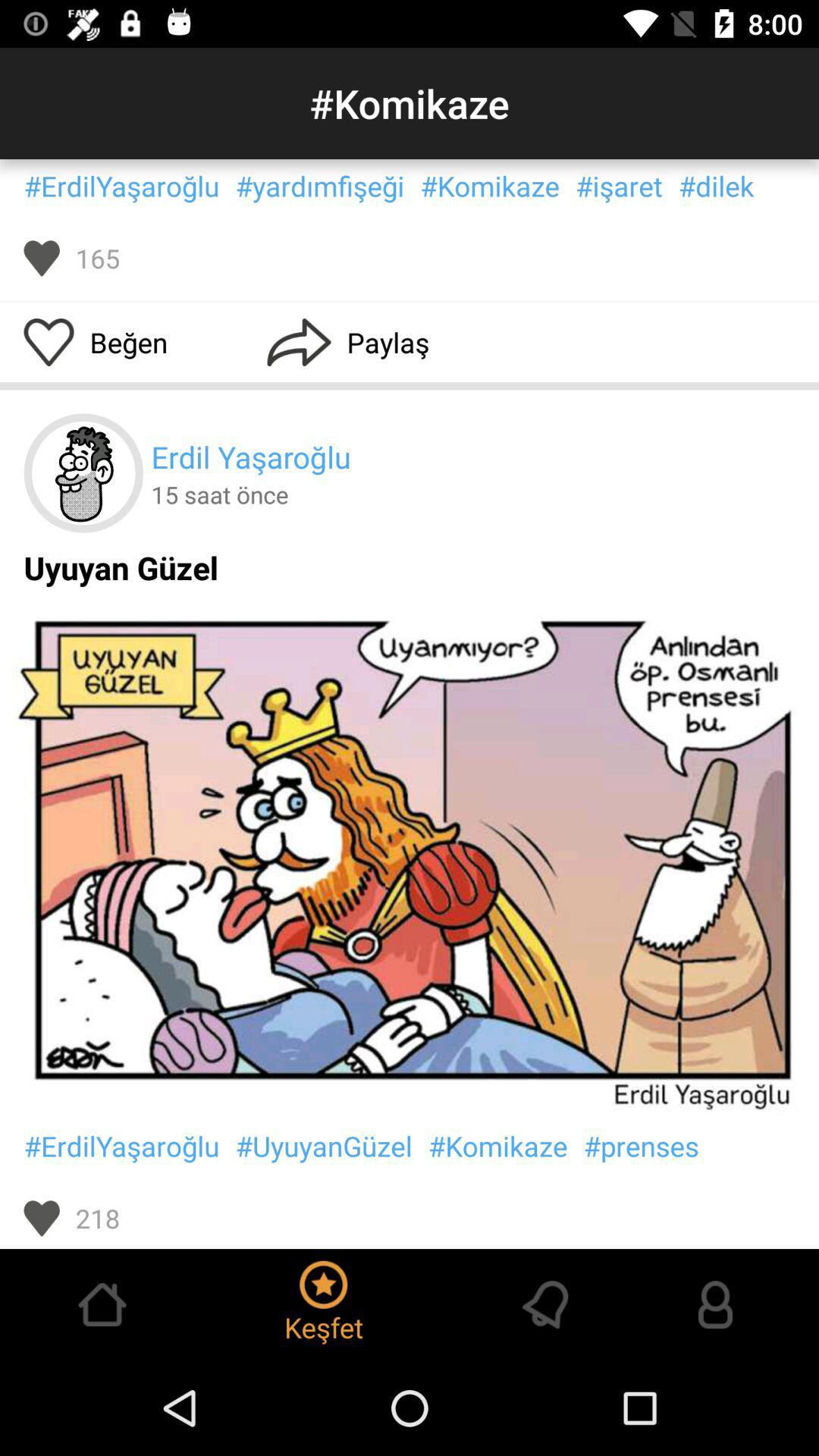 This screenshot has height=1456, width=819. Describe the element at coordinates (641, 1146) in the screenshot. I see `the #prenses icon` at that location.